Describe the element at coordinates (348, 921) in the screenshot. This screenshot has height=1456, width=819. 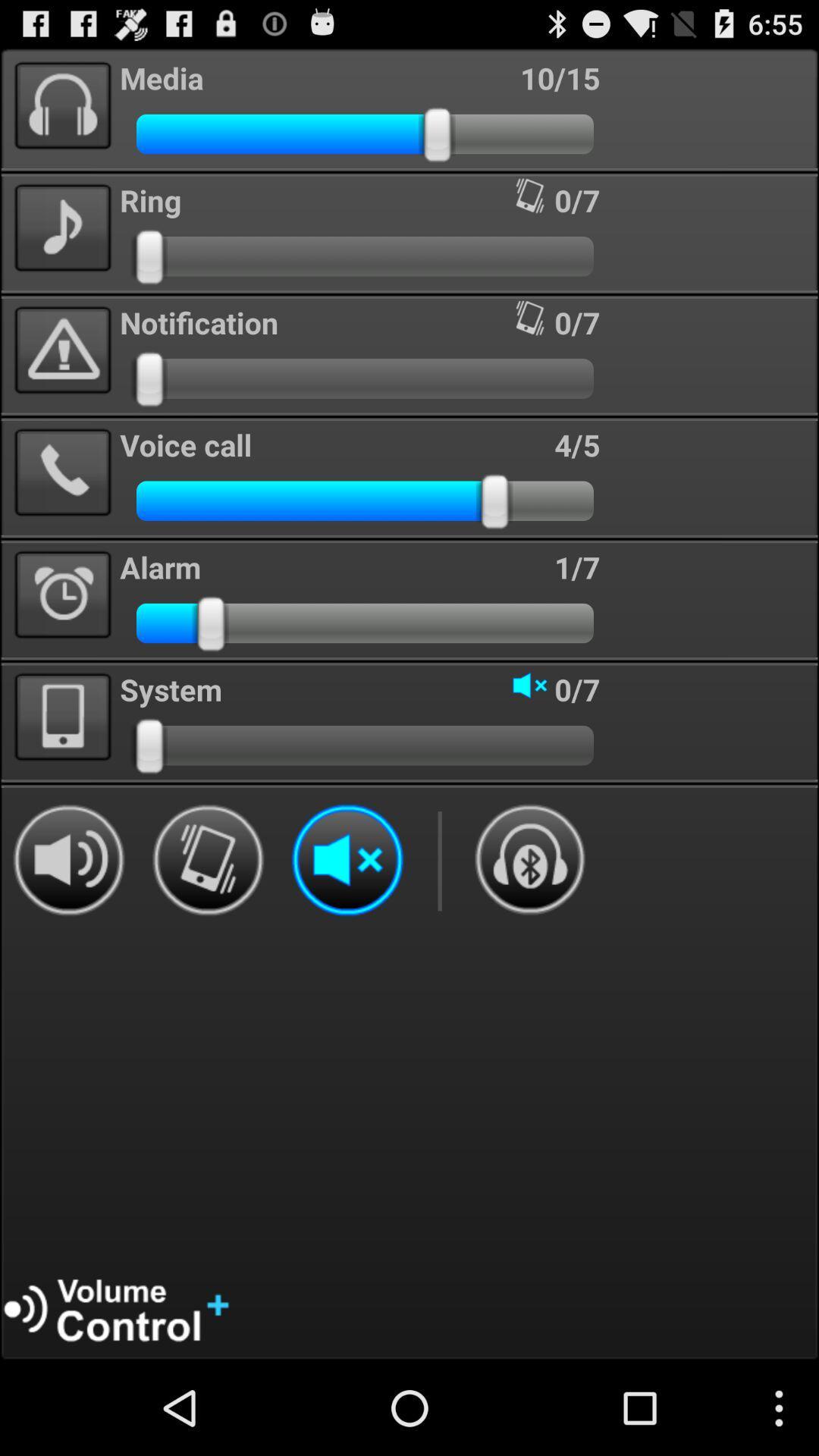
I see `the volume icon` at that location.